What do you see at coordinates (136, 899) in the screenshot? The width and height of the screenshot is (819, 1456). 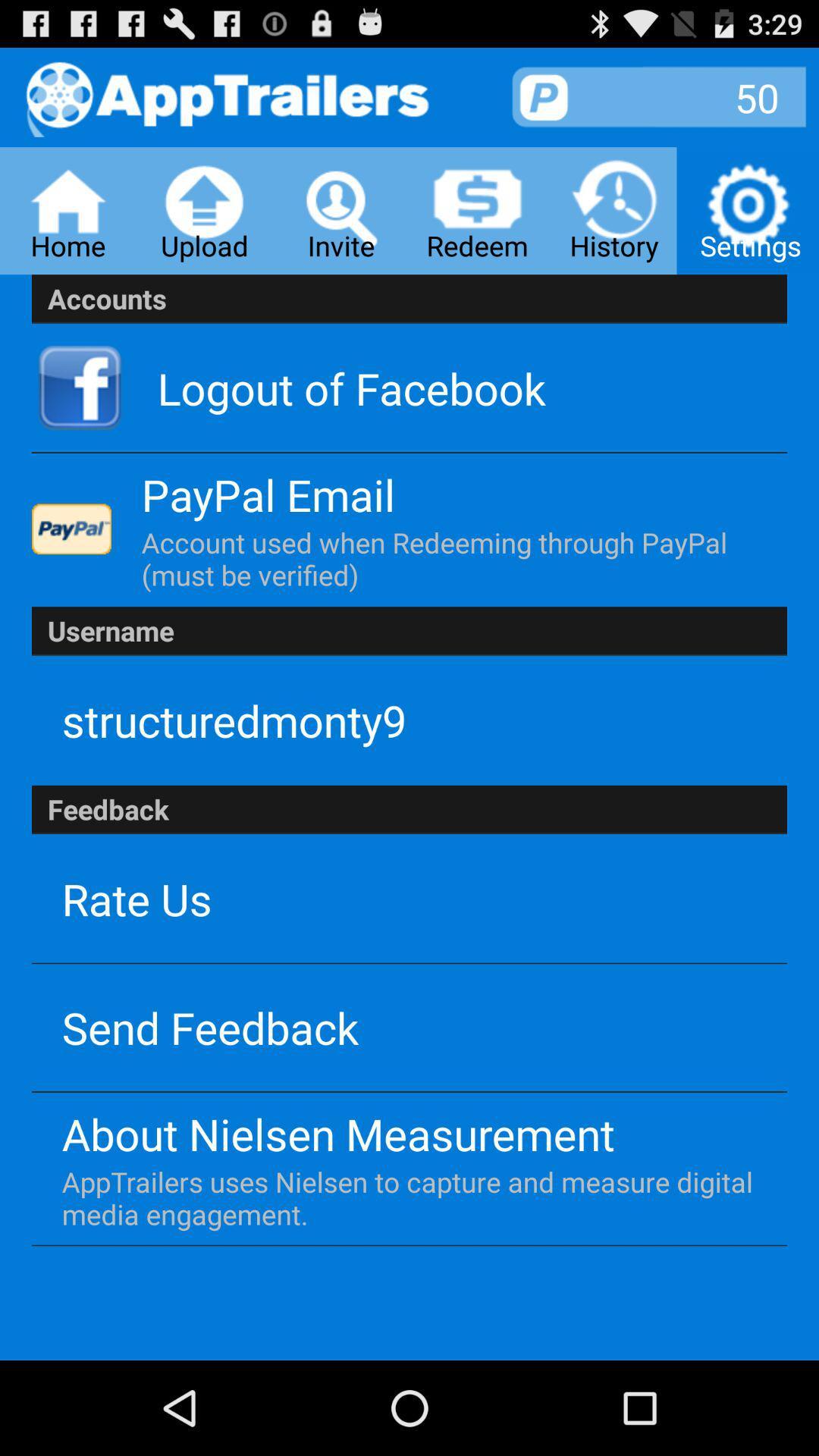 I see `rate us icon` at bounding box center [136, 899].